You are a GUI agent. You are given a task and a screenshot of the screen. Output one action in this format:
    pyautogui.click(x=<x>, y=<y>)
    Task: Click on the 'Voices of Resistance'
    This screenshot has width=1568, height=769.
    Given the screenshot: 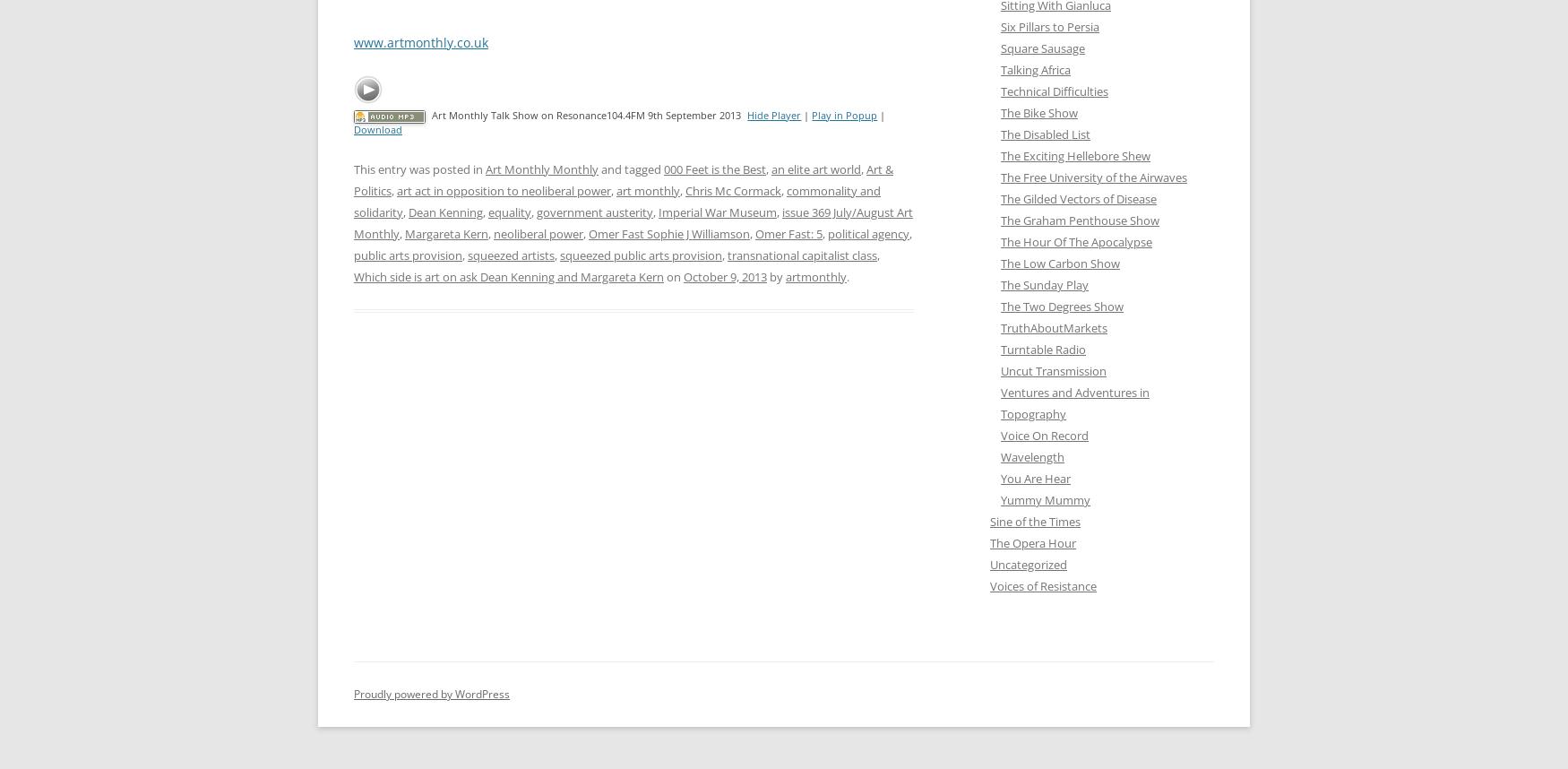 What is the action you would take?
    pyautogui.click(x=1042, y=584)
    